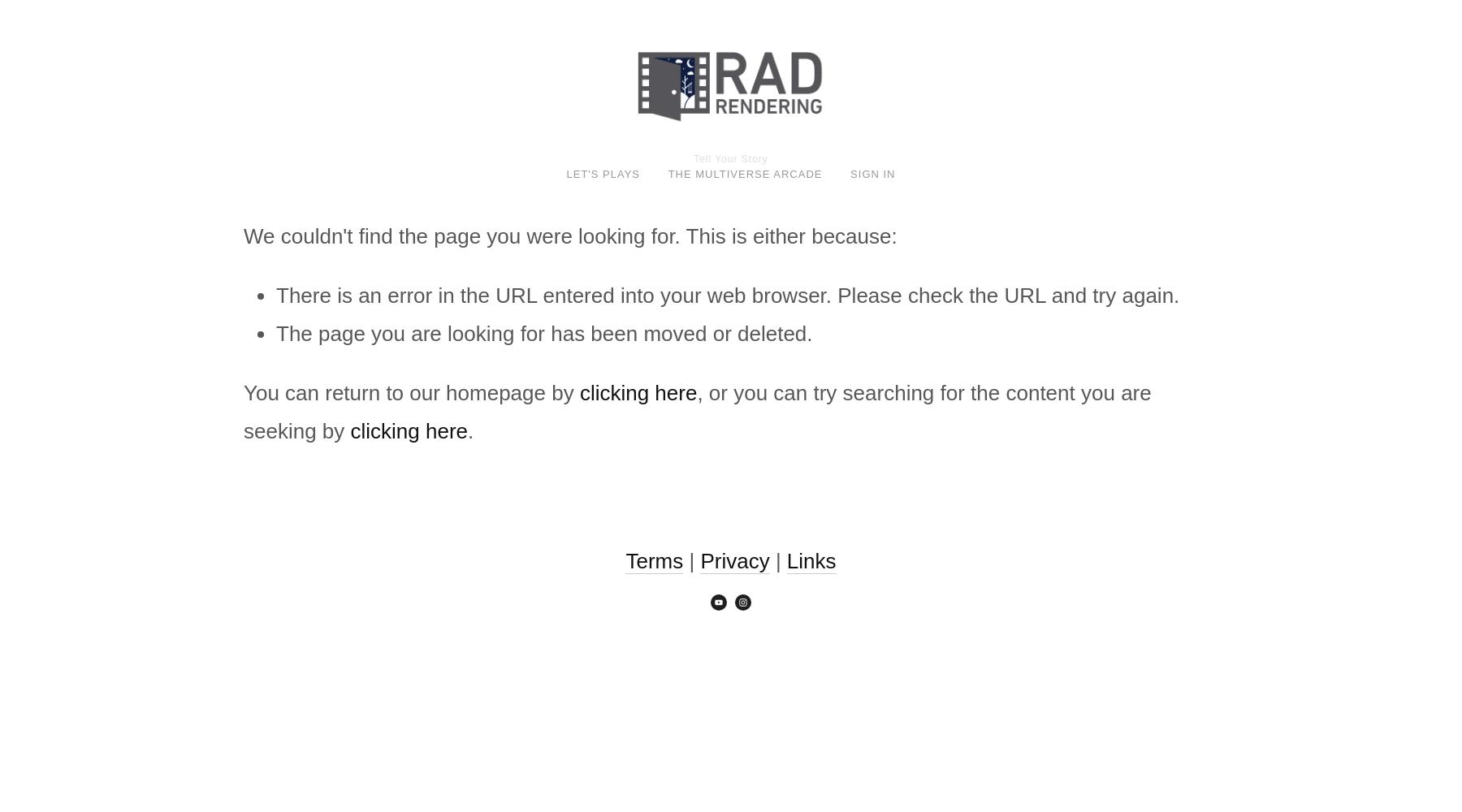 The height and width of the screenshot is (812, 1462). I want to click on 'Tell Your Story', so click(730, 158).